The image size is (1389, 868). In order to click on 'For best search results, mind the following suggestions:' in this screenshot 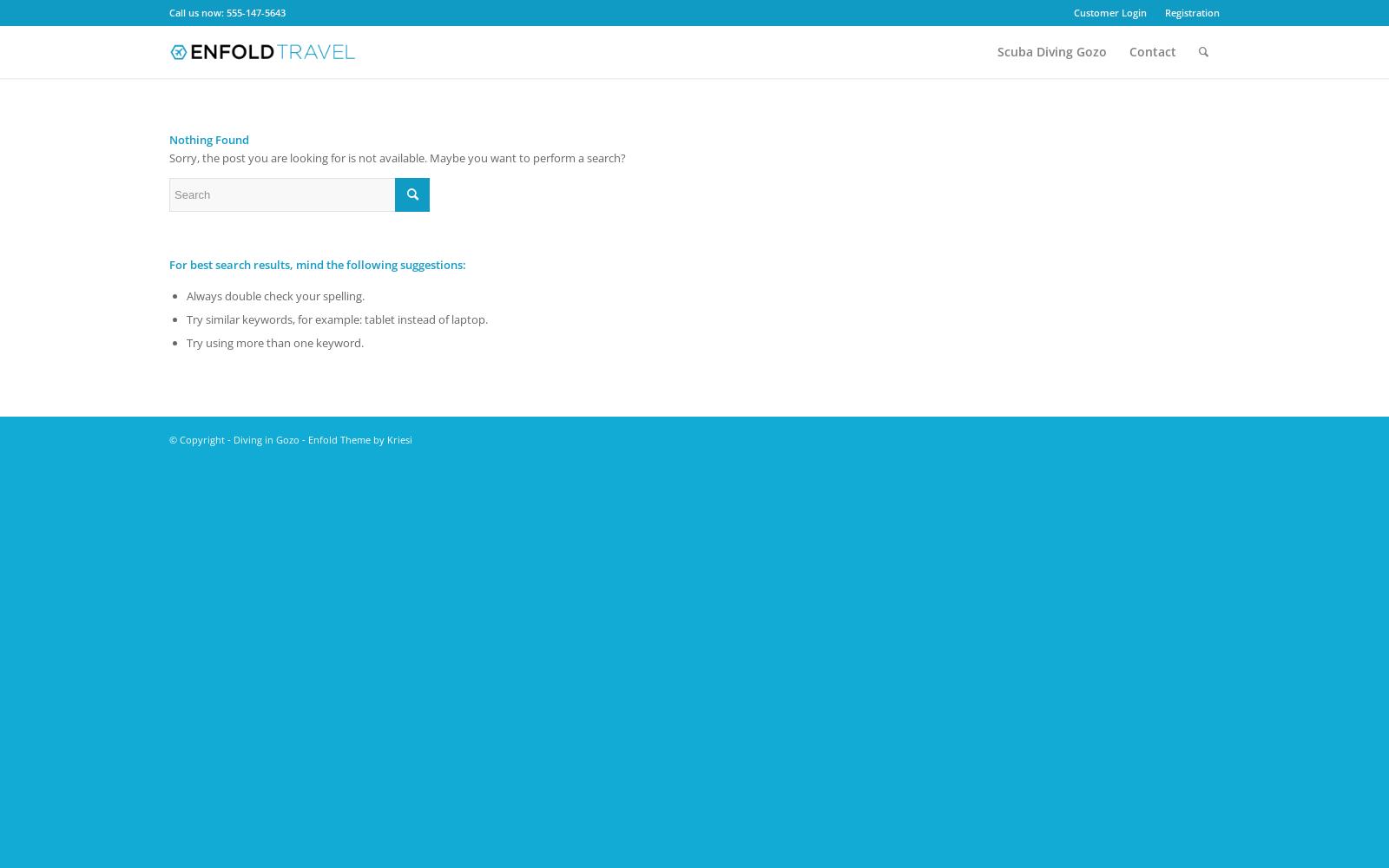, I will do `click(318, 265)`.